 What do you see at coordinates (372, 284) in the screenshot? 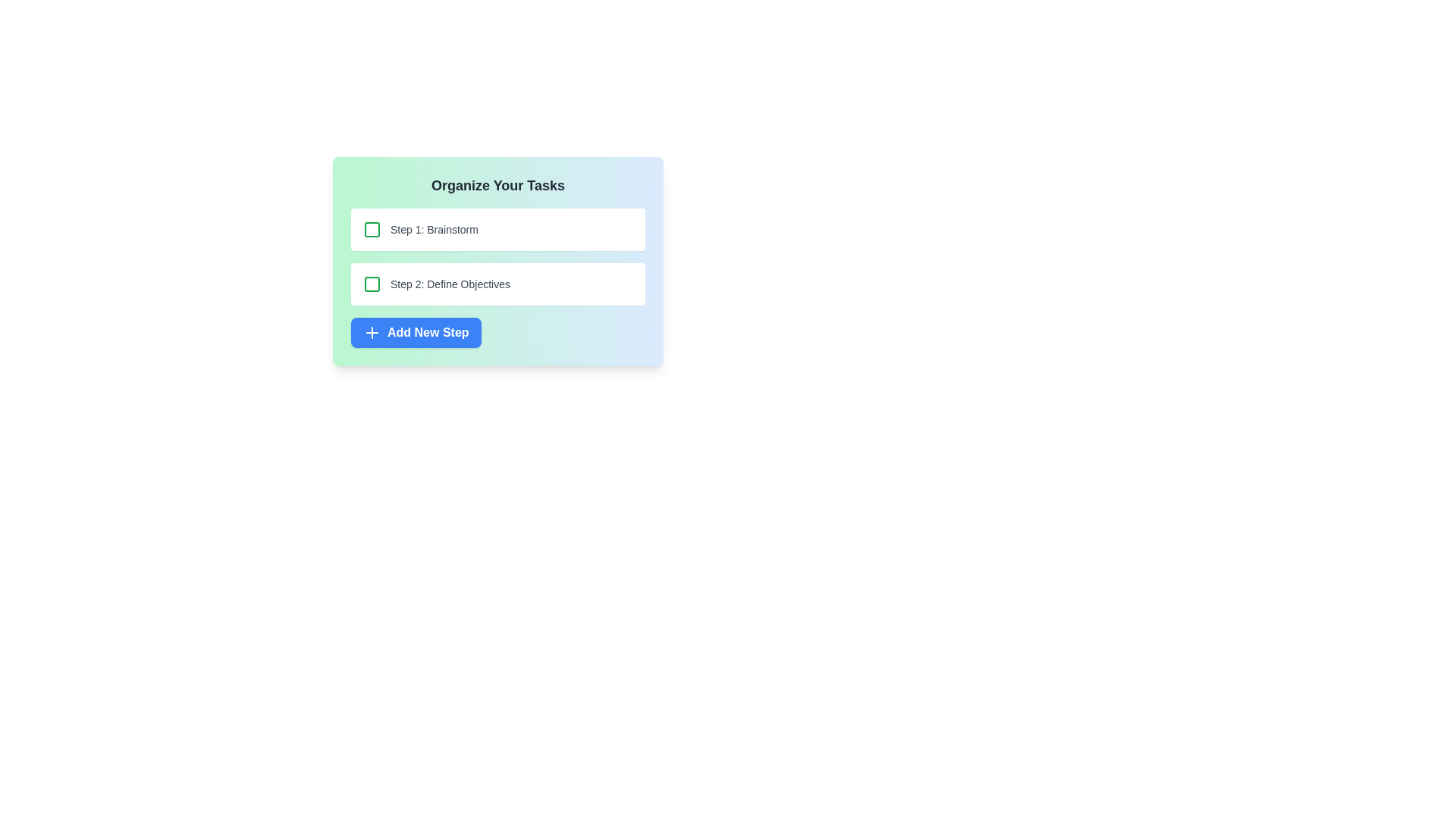
I see `the small square checkbox with a green border to the left of the text 'Step 2: Define Objectives' within the card labeled 'Step 2'` at bounding box center [372, 284].